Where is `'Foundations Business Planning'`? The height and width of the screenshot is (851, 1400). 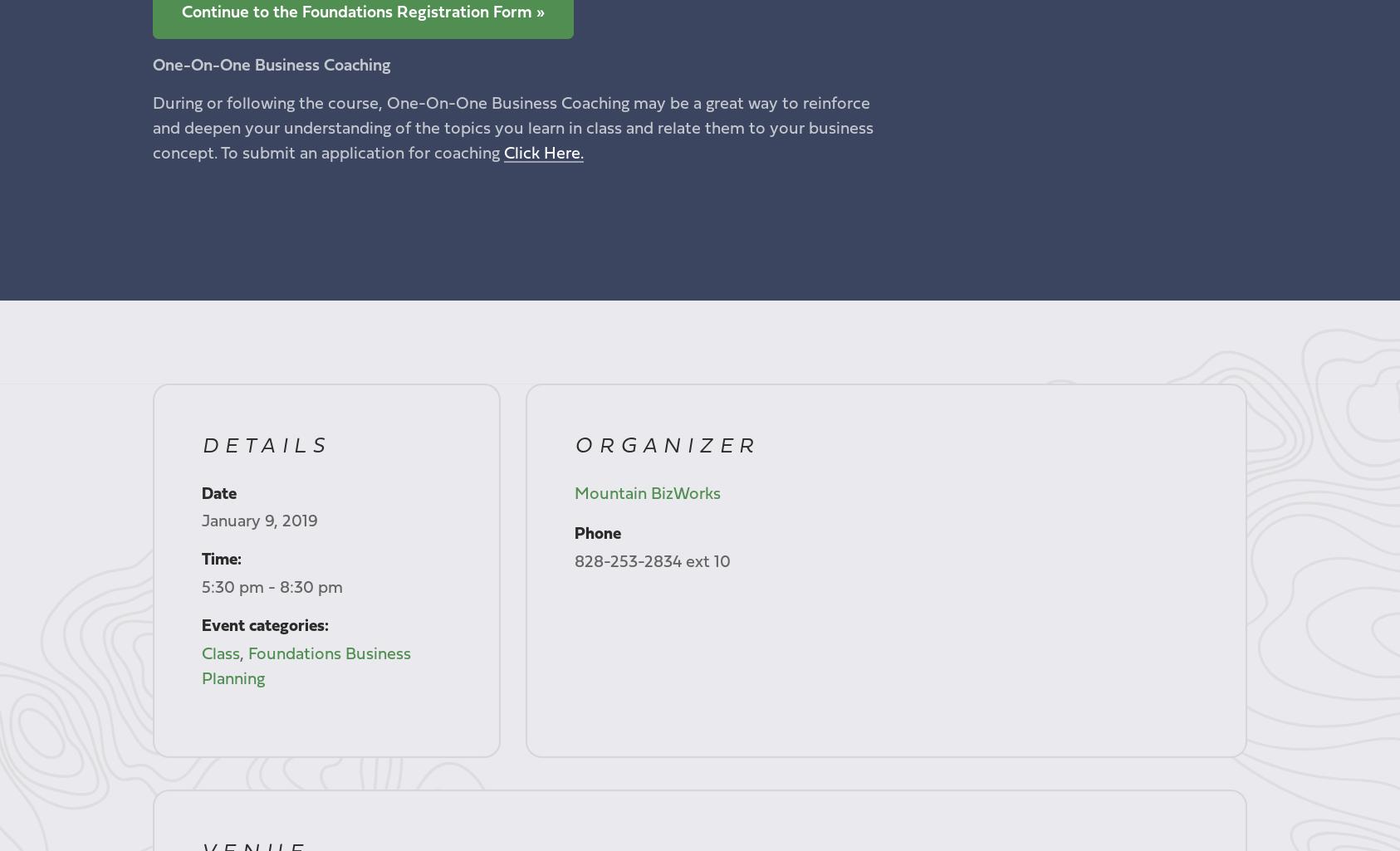
'Foundations Business Planning' is located at coordinates (305, 667).